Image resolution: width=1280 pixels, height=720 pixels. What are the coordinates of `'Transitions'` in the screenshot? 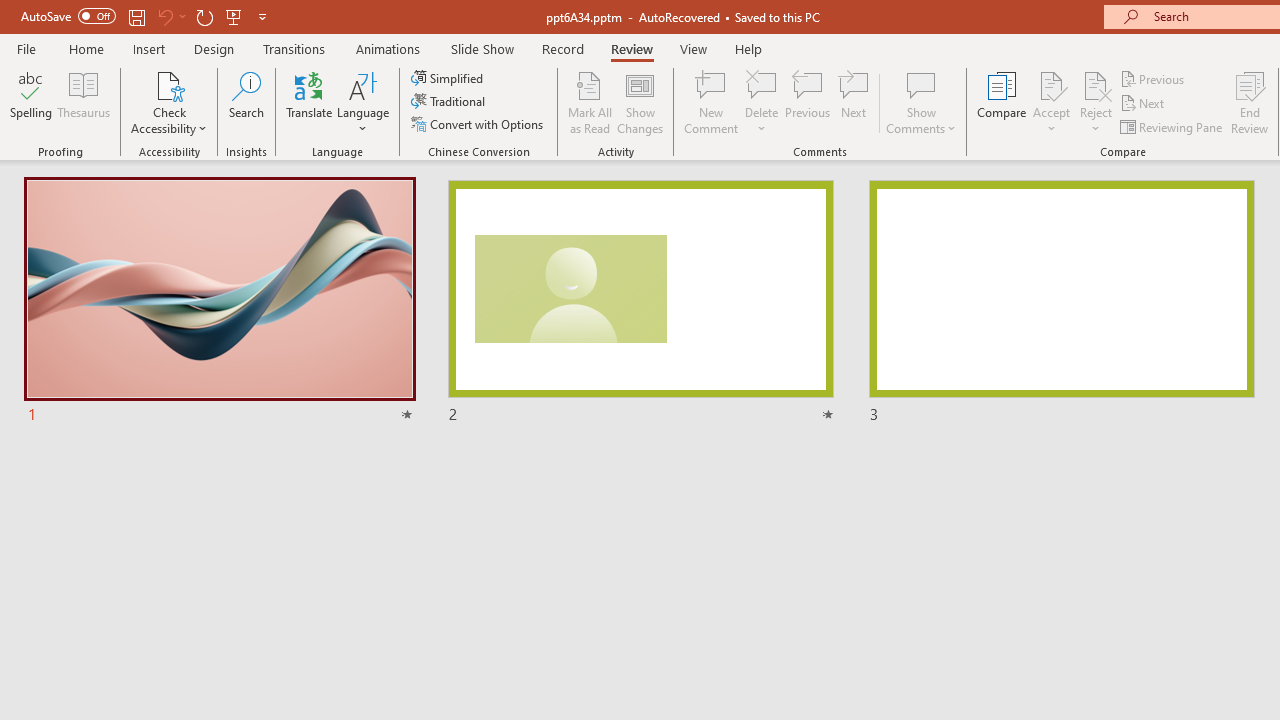 It's located at (294, 48).